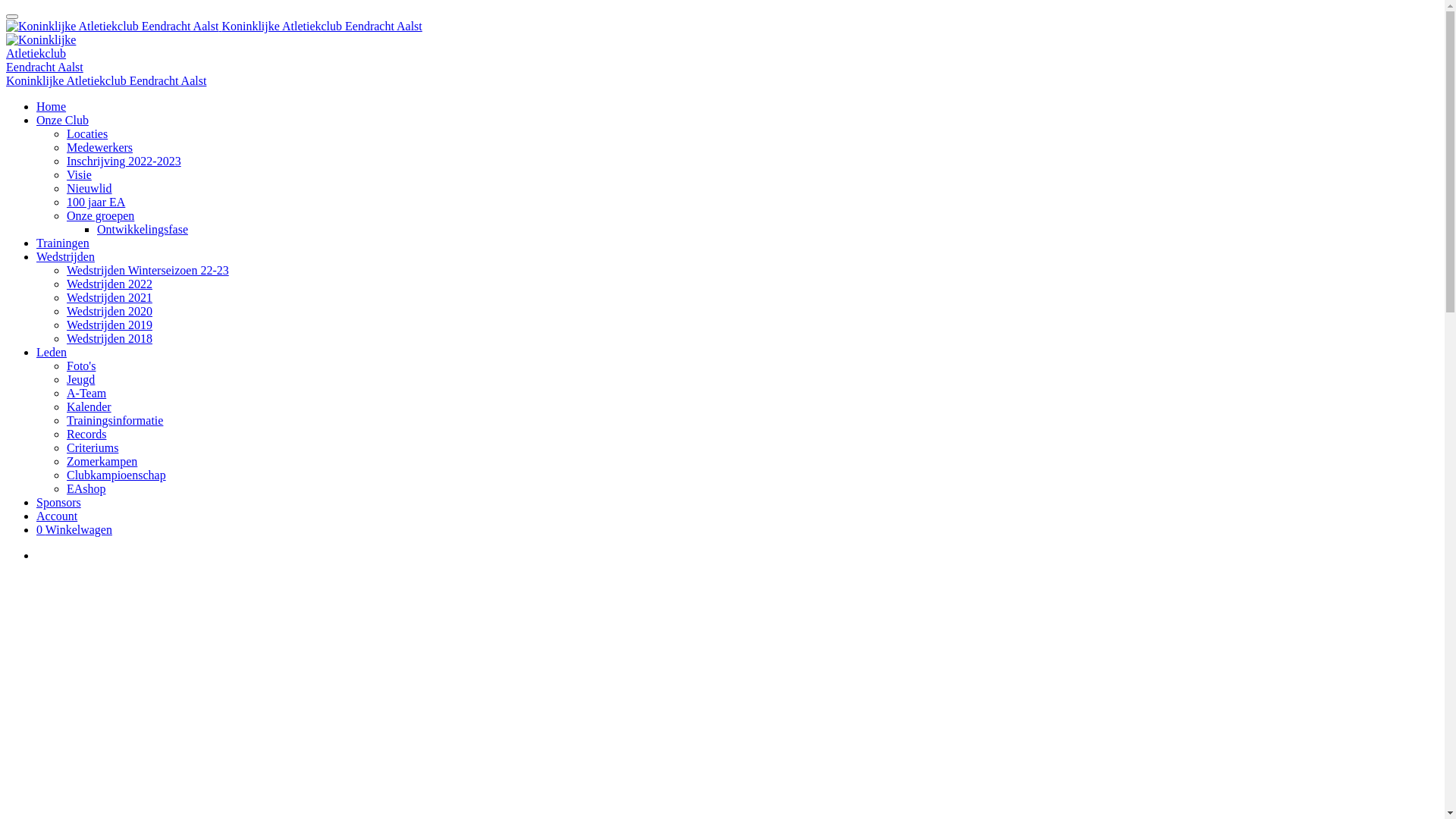 This screenshot has height=819, width=1456. Describe the element at coordinates (73, 529) in the screenshot. I see `'0 Winkelwagen'` at that location.